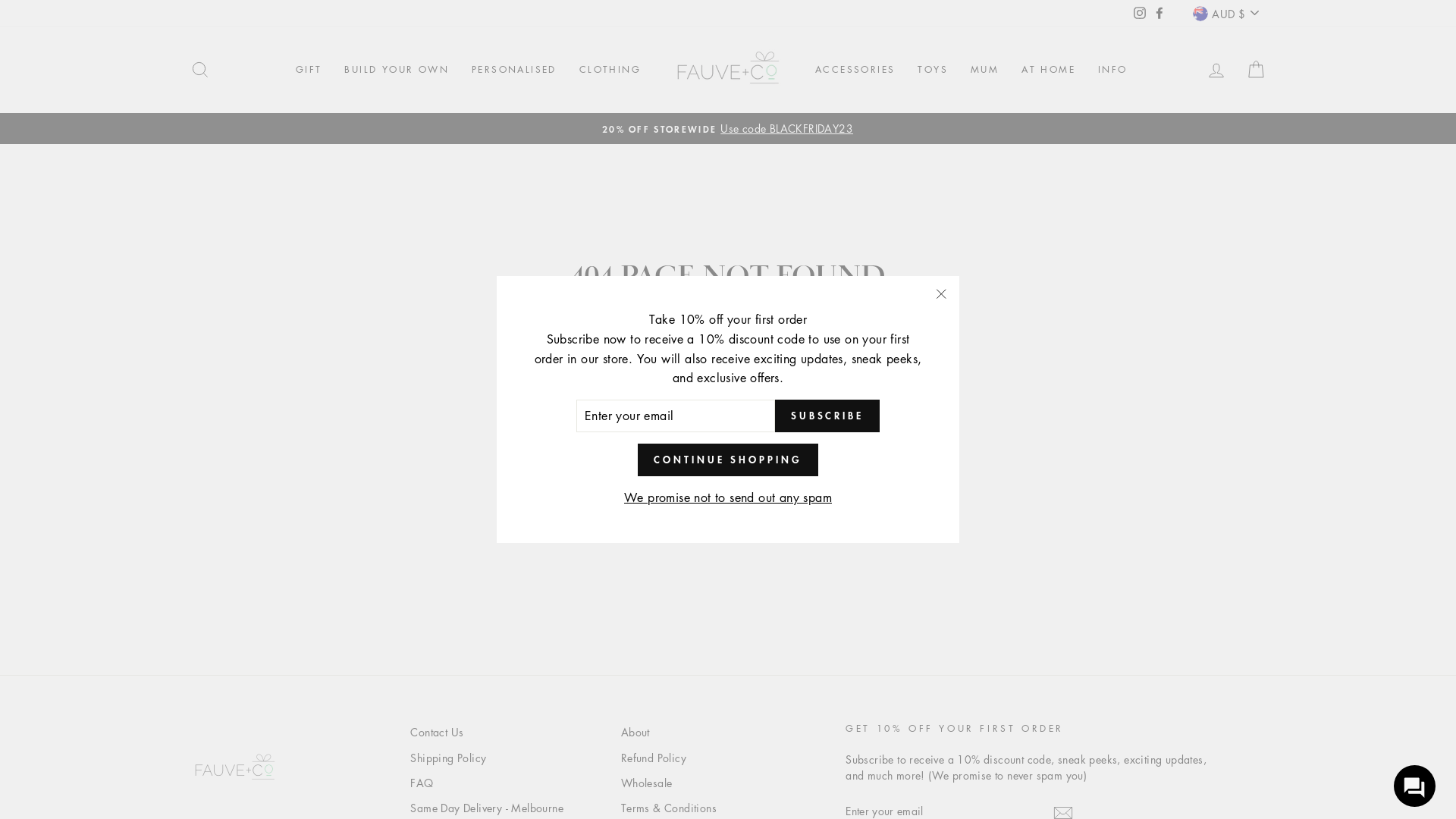  What do you see at coordinates (621, 783) in the screenshot?
I see `'Wholesale'` at bounding box center [621, 783].